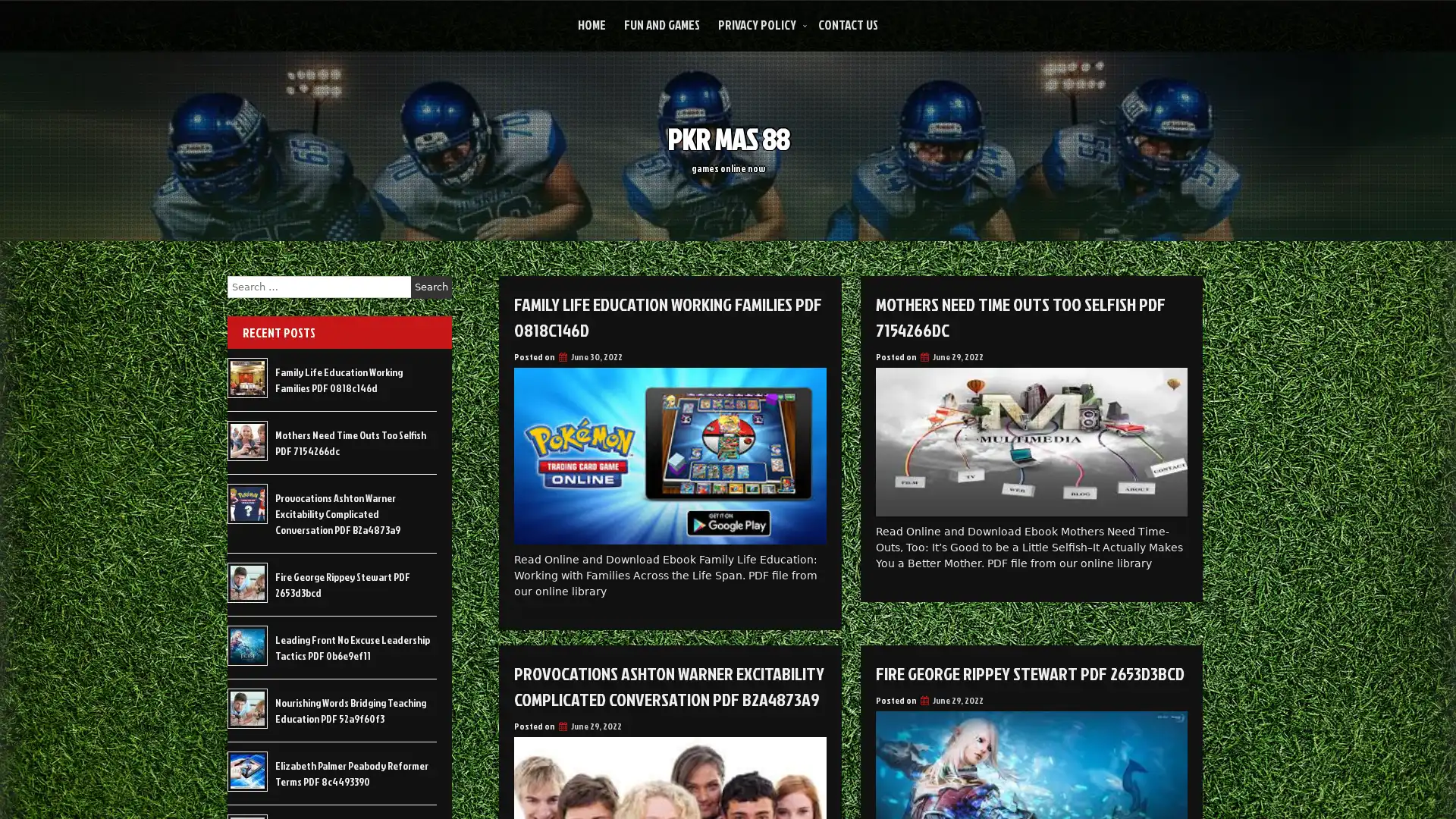 The width and height of the screenshot is (1456, 819). What do you see at coordinates (431, 287) in the screenshot?
I see `Search` at bounding box center [431, 287].